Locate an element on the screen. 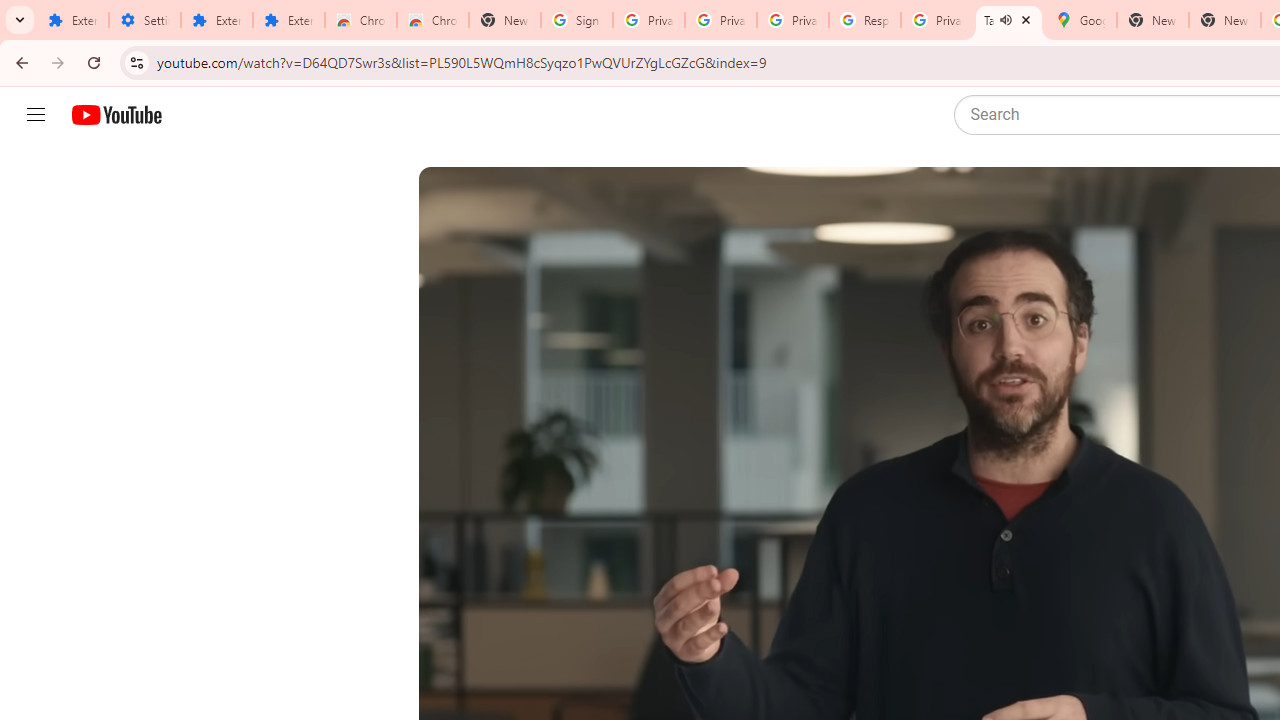 This screenshot has height=720, width=1280. 'Mute tab' is located at coordinates (1006, 20).